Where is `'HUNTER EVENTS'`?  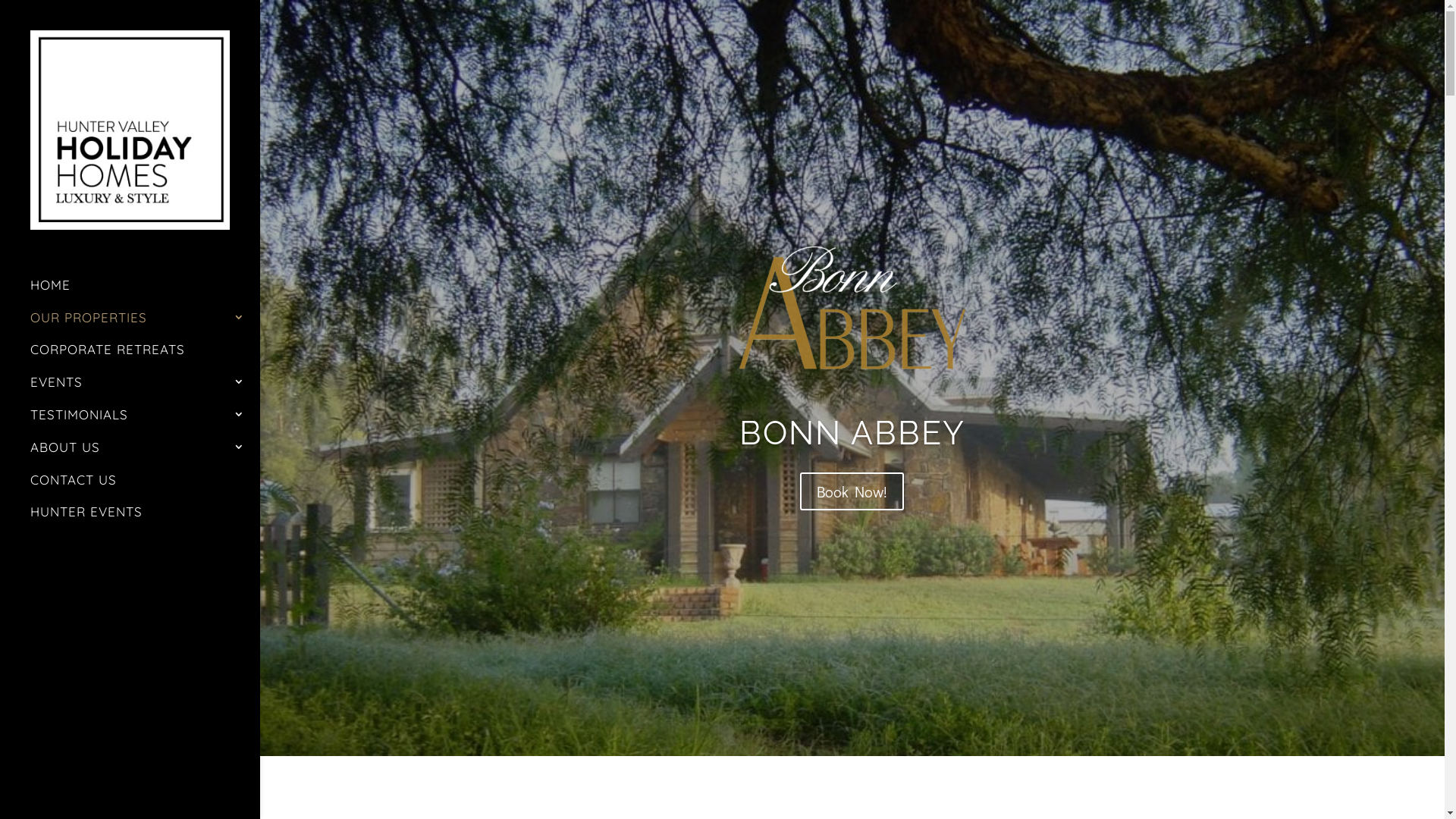
'HUNTER EVENTS' is located at coordinates (30, 518).